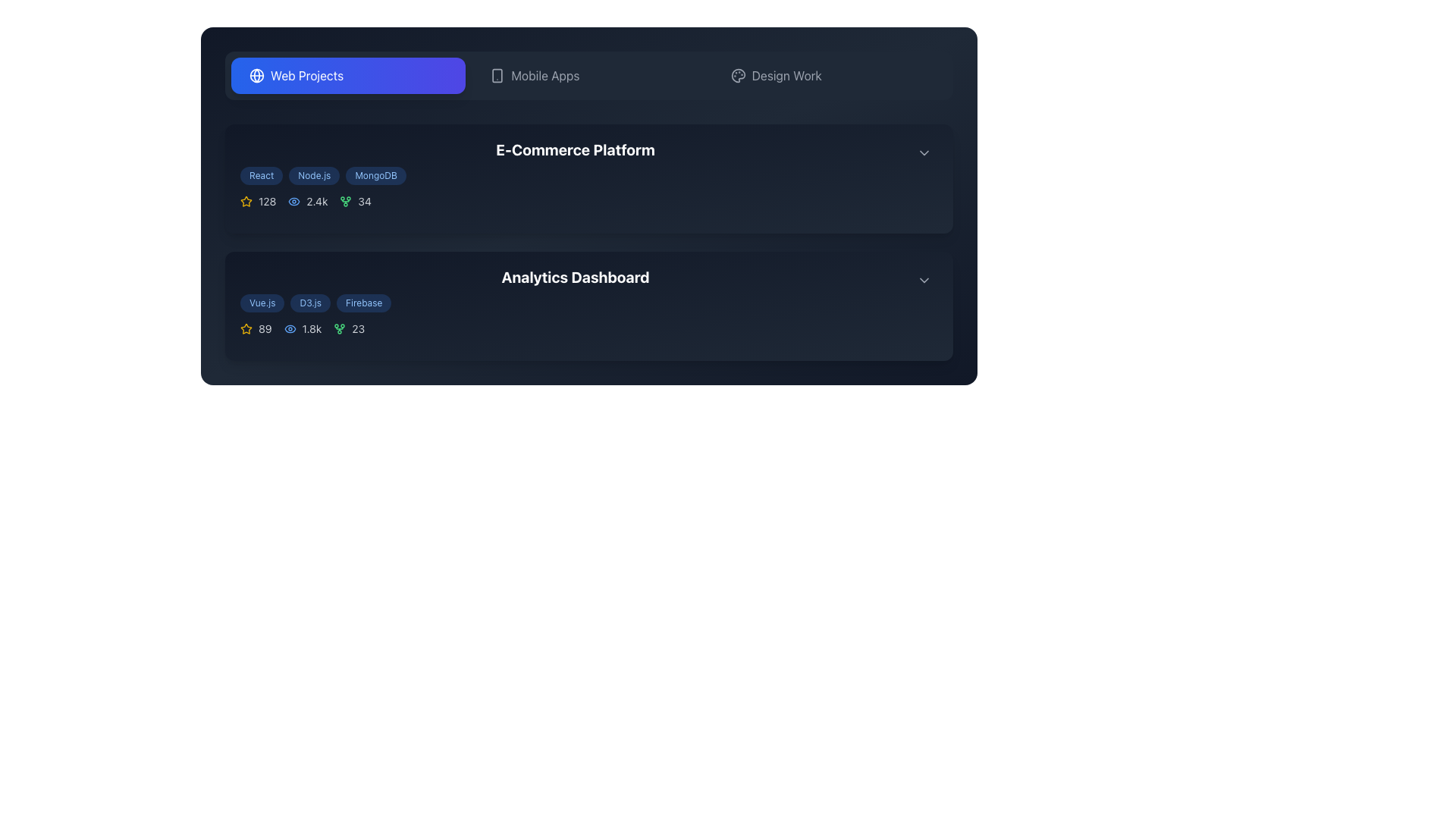 Image resolution: width=1456 pixels, height=819 pixels. What do you see at coordinates (256, 328) in the screenshot?
I see `the displayed value of the first yellow star icon with the number '89' in gray text, located in the bottom section of the 'Analytics Dashboard'` at bounding box center [256, 328].